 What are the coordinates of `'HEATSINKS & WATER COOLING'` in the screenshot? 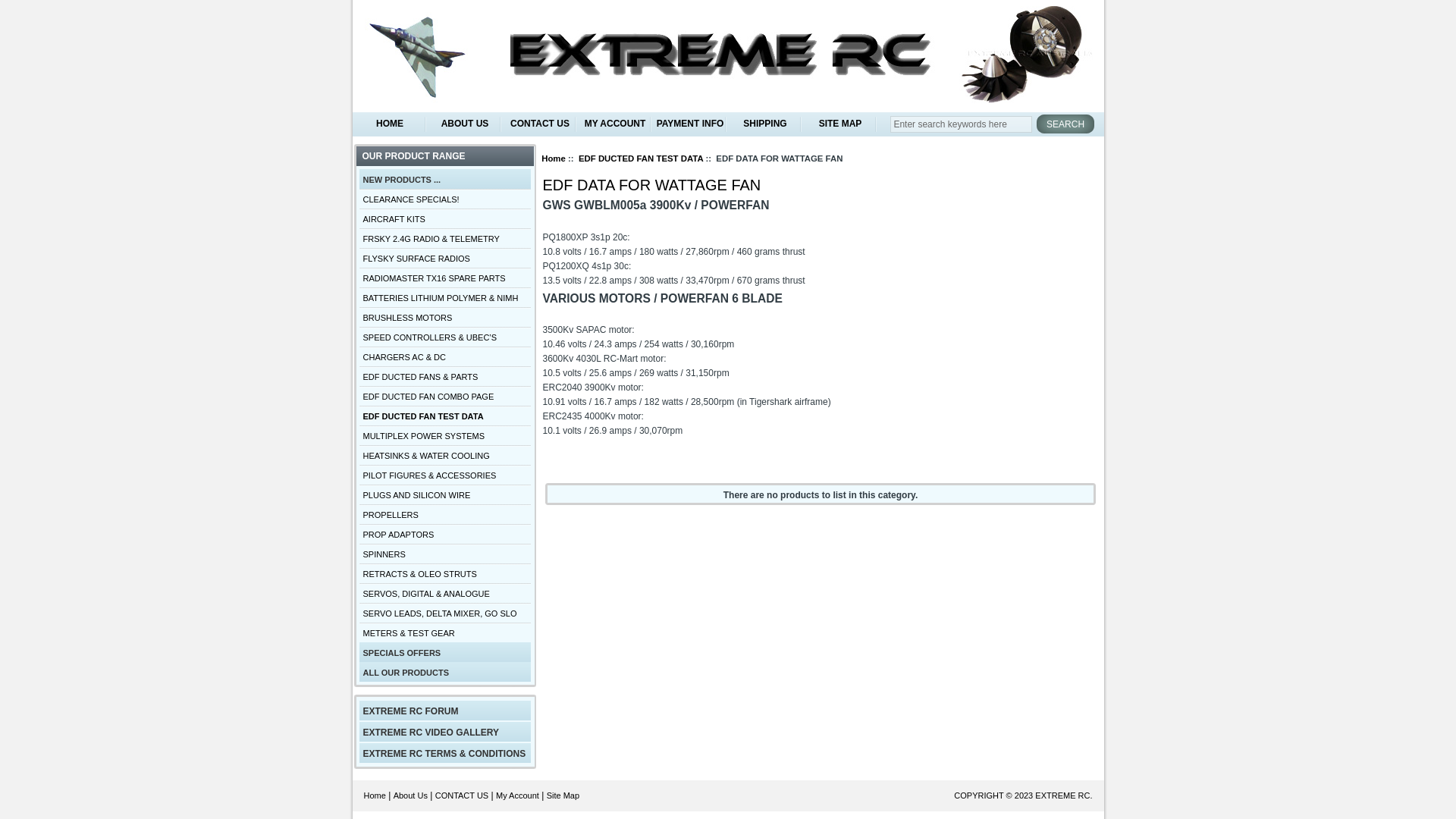 It's located at (359, 454).